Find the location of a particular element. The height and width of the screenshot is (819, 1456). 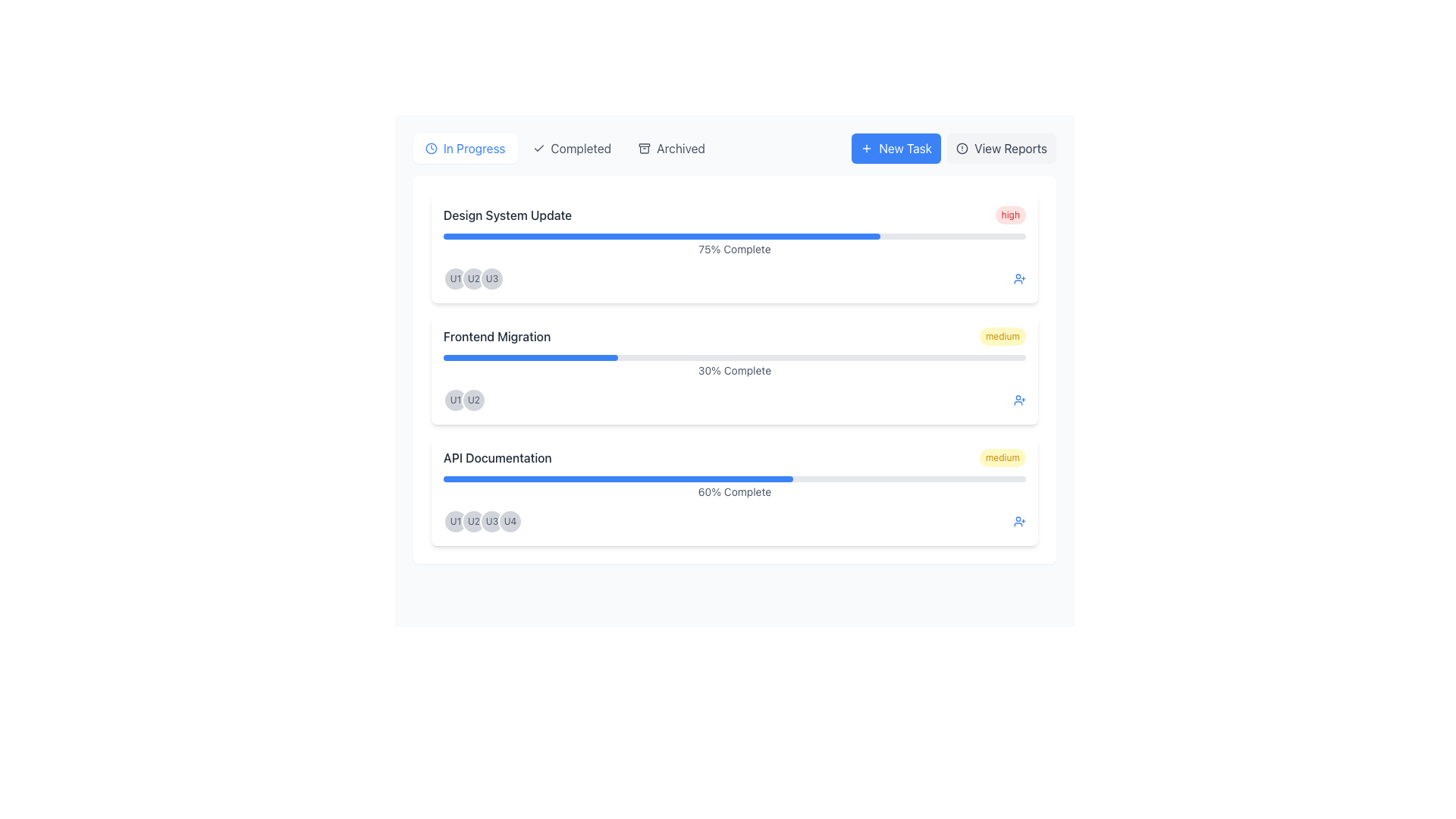

the text label 'U4' within the fourth circular badge, which is light gray with a white border, located below the 'API Documentation' section and adjacent to the badges for 'U1', 'U2', and 'U3' is located at coordinates (510, 520).